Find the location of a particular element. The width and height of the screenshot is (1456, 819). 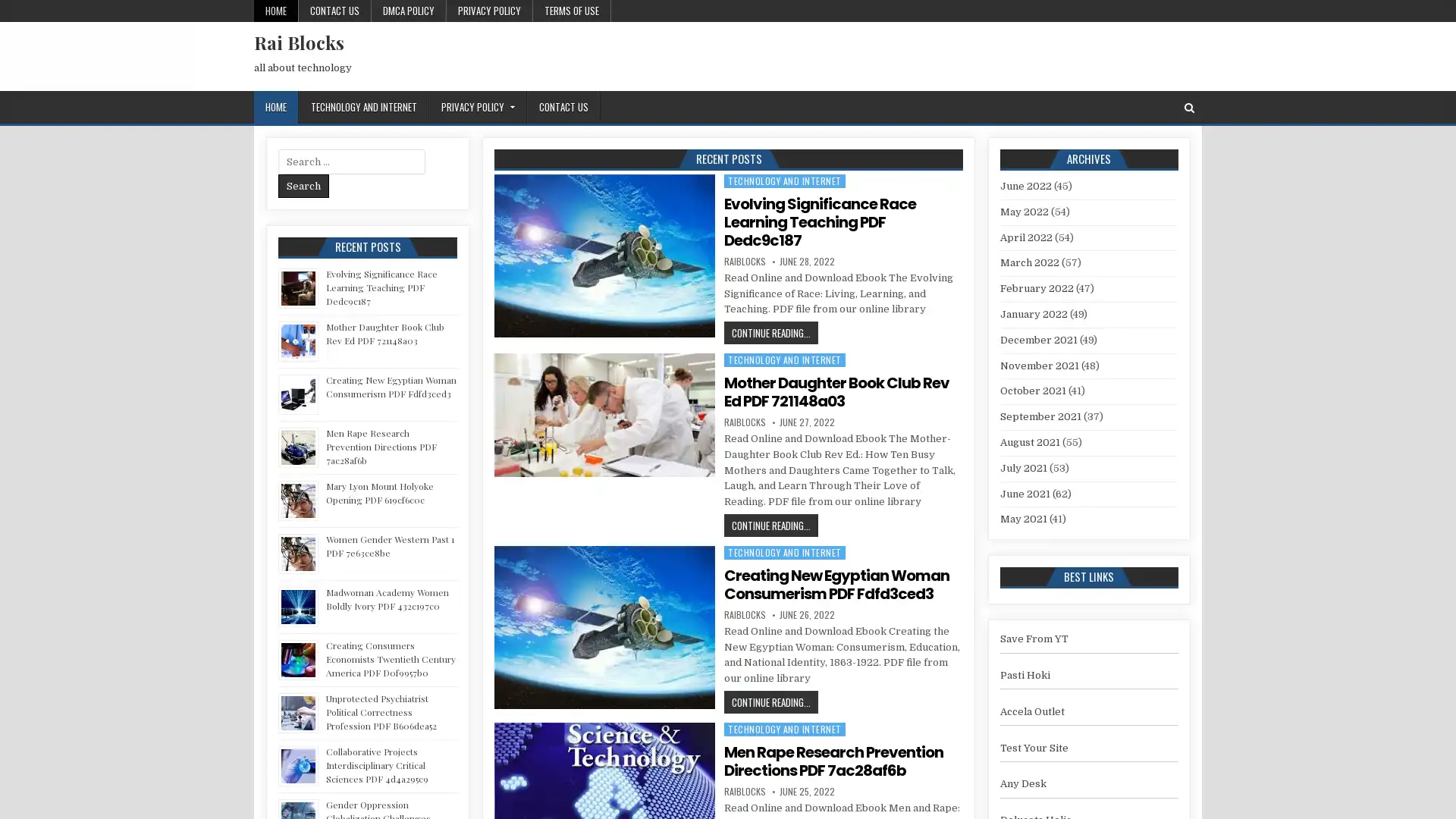

Search is located at coordinates (303, 185).